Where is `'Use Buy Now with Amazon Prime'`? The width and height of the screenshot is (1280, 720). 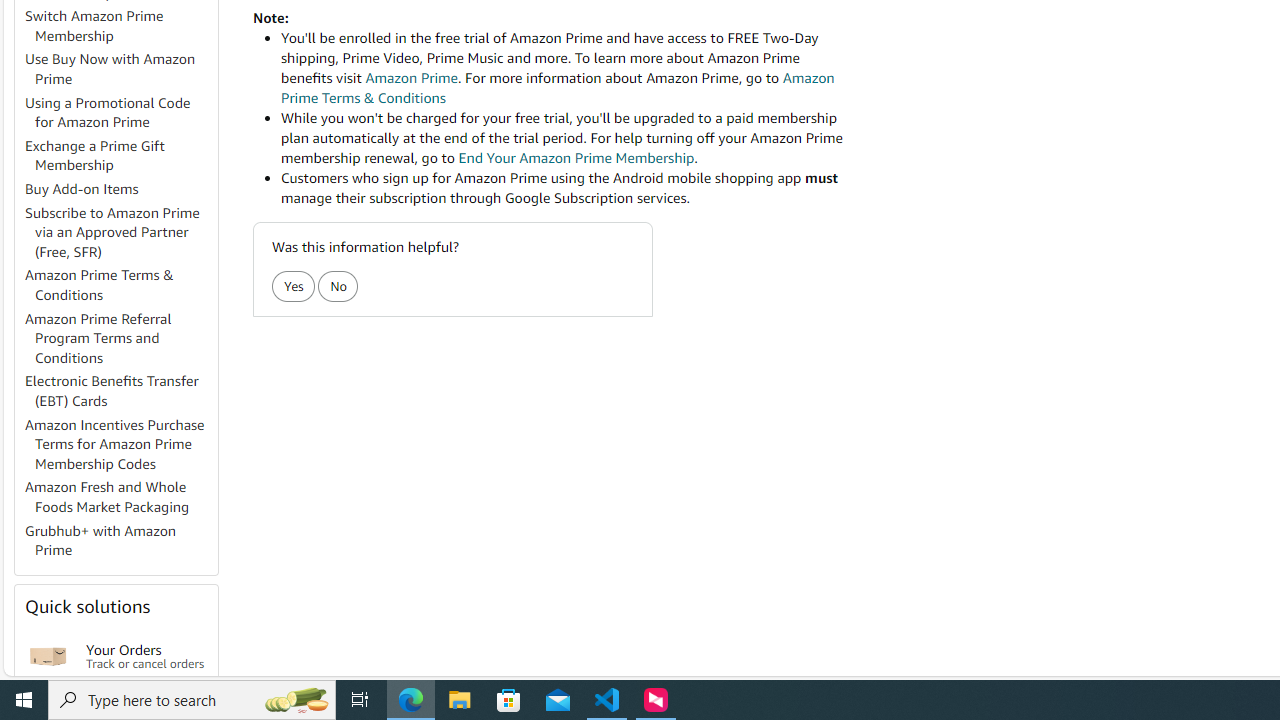 'Use Buy Now with Amazon Prime' is located at coordinates (109, 68).